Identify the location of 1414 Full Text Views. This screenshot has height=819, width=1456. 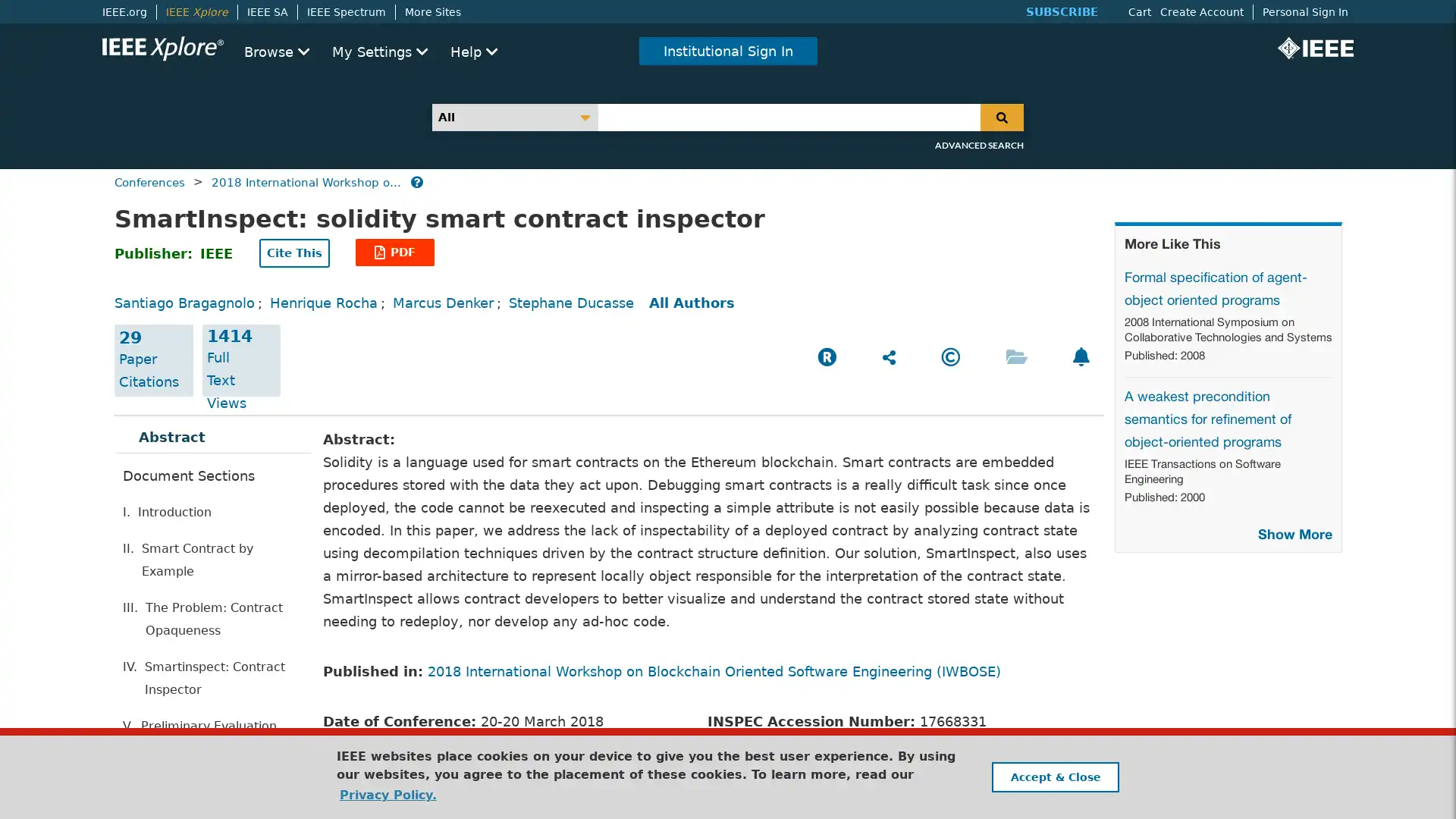
(240, 360).